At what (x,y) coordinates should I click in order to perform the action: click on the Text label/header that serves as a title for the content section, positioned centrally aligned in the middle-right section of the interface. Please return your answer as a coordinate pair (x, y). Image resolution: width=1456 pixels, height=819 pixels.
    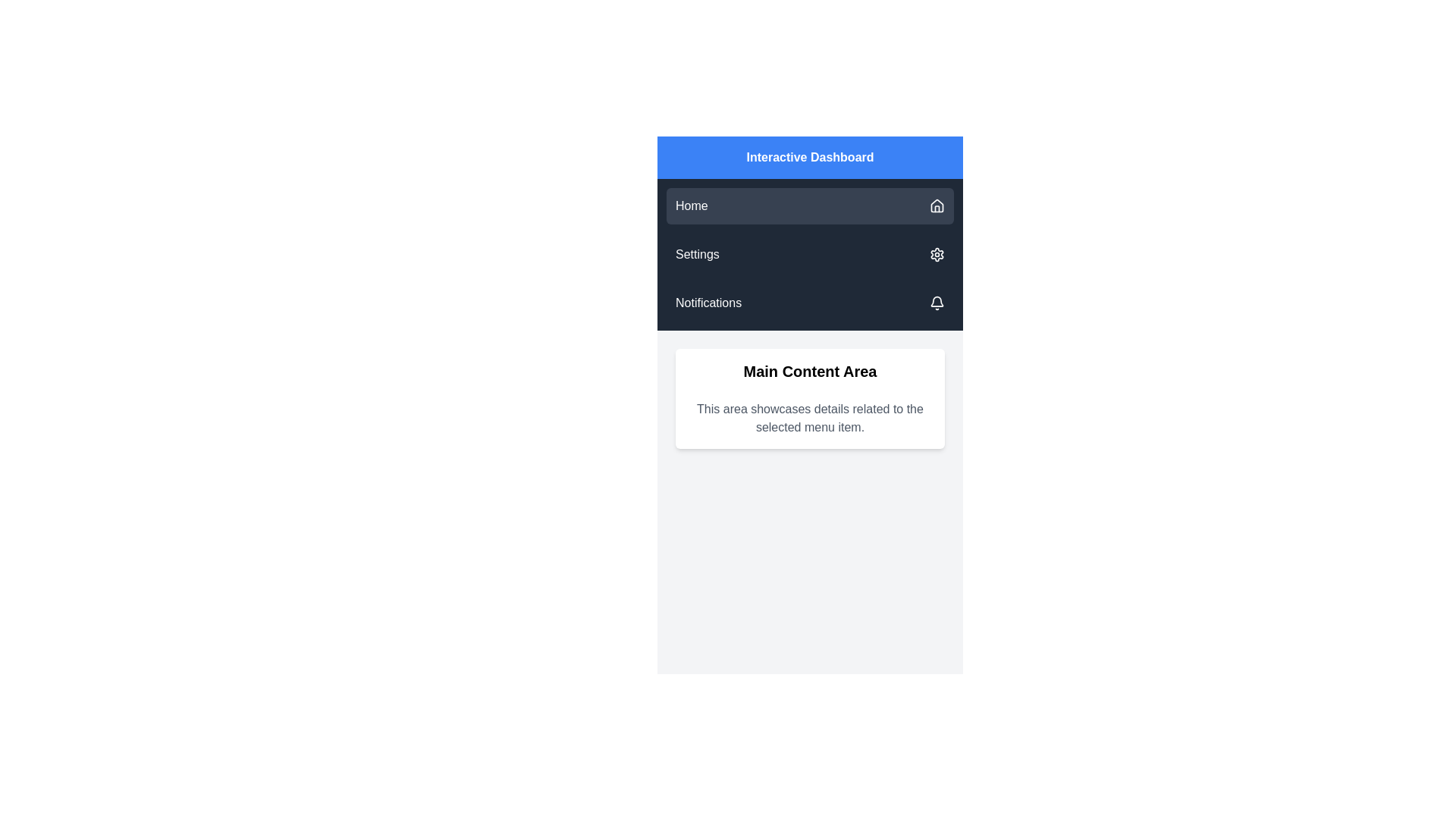
    Looking at the image, I should click on (809, 371).